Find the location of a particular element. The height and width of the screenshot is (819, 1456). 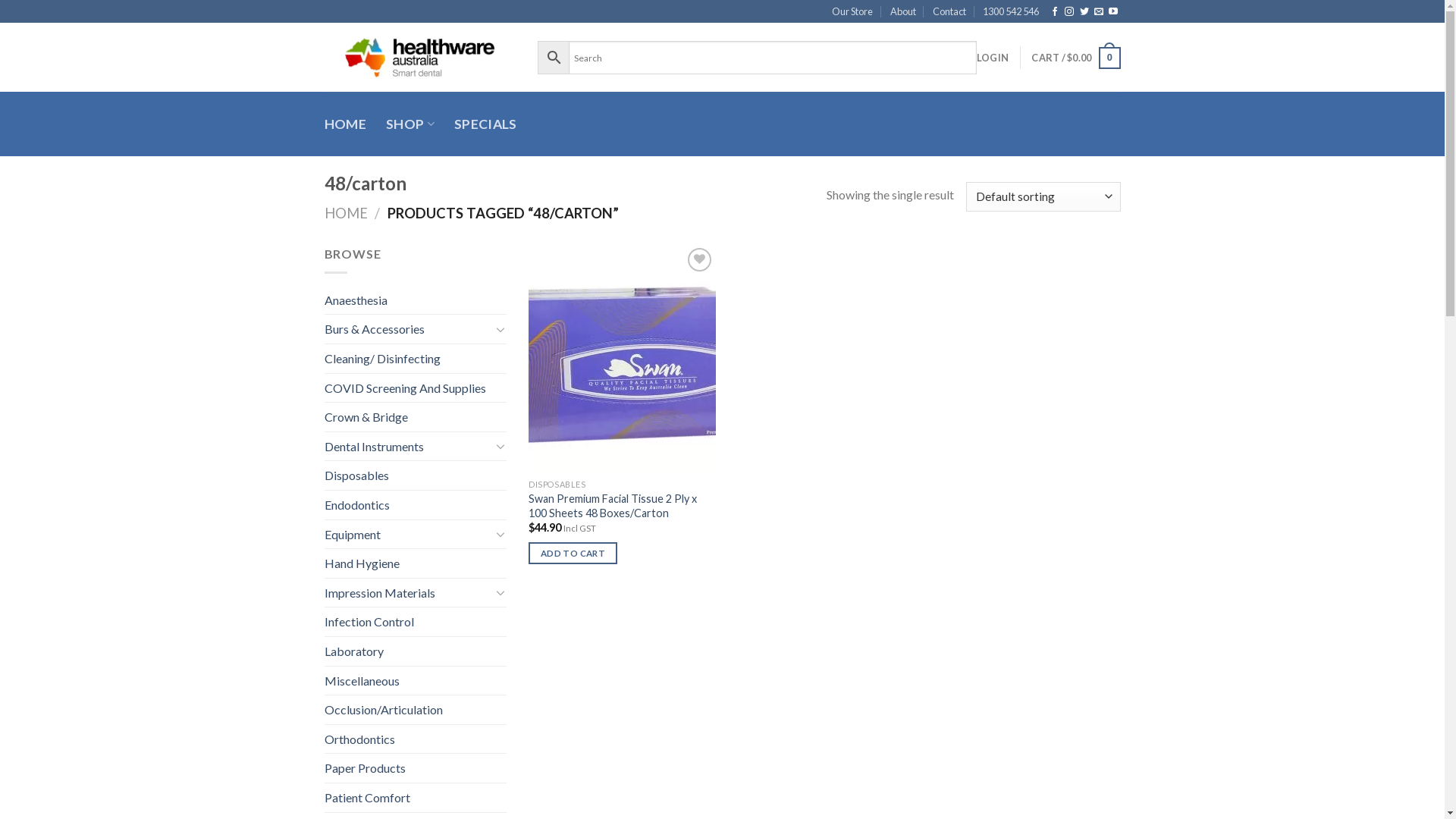

'LOGIN' is located at coordinates (993, 57).